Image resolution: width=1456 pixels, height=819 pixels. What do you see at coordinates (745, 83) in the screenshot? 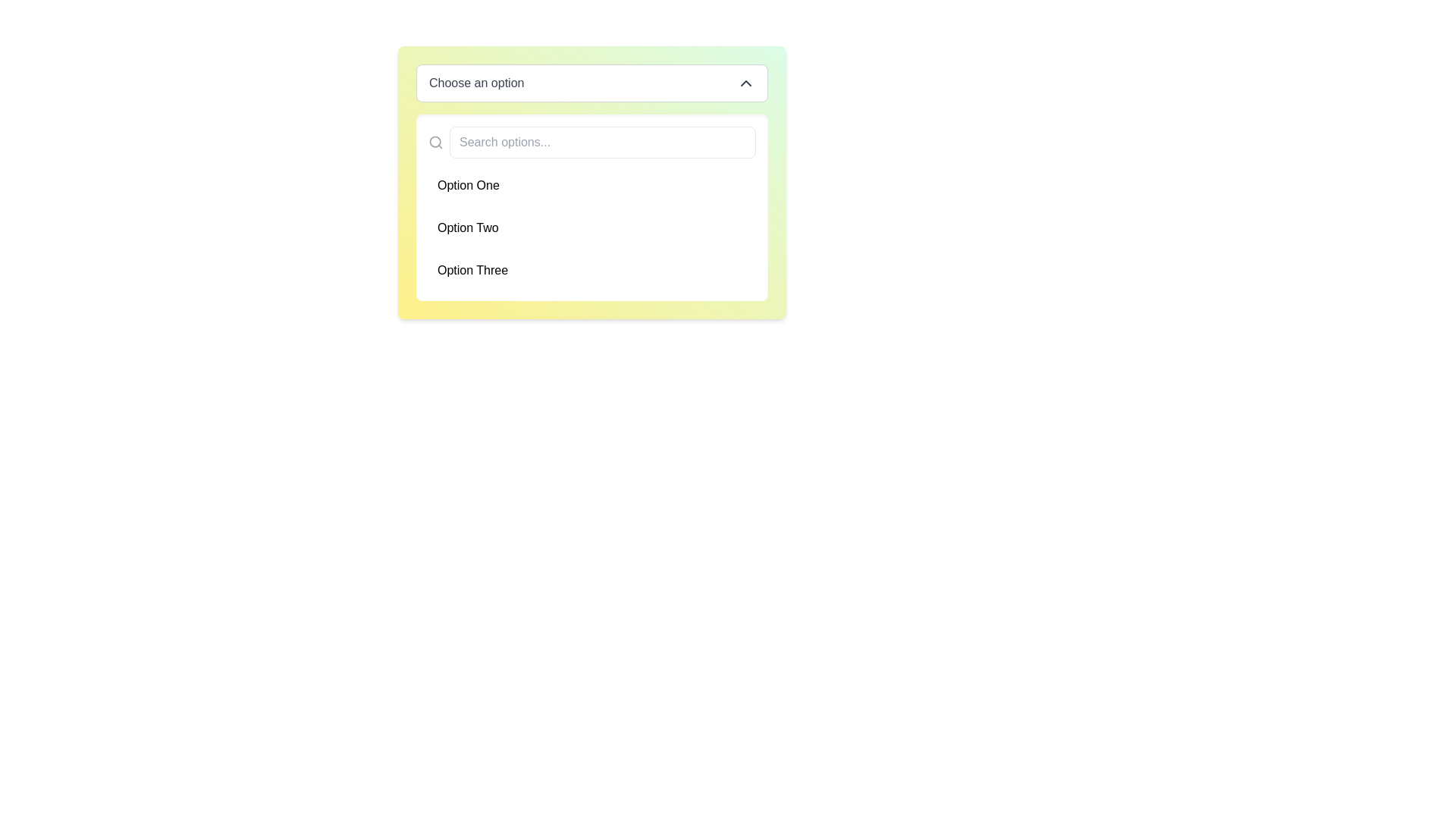
I see `the upward-facing chevron icon located on the right side of the 'Choose an option' button` at bounding box center [745, 83].